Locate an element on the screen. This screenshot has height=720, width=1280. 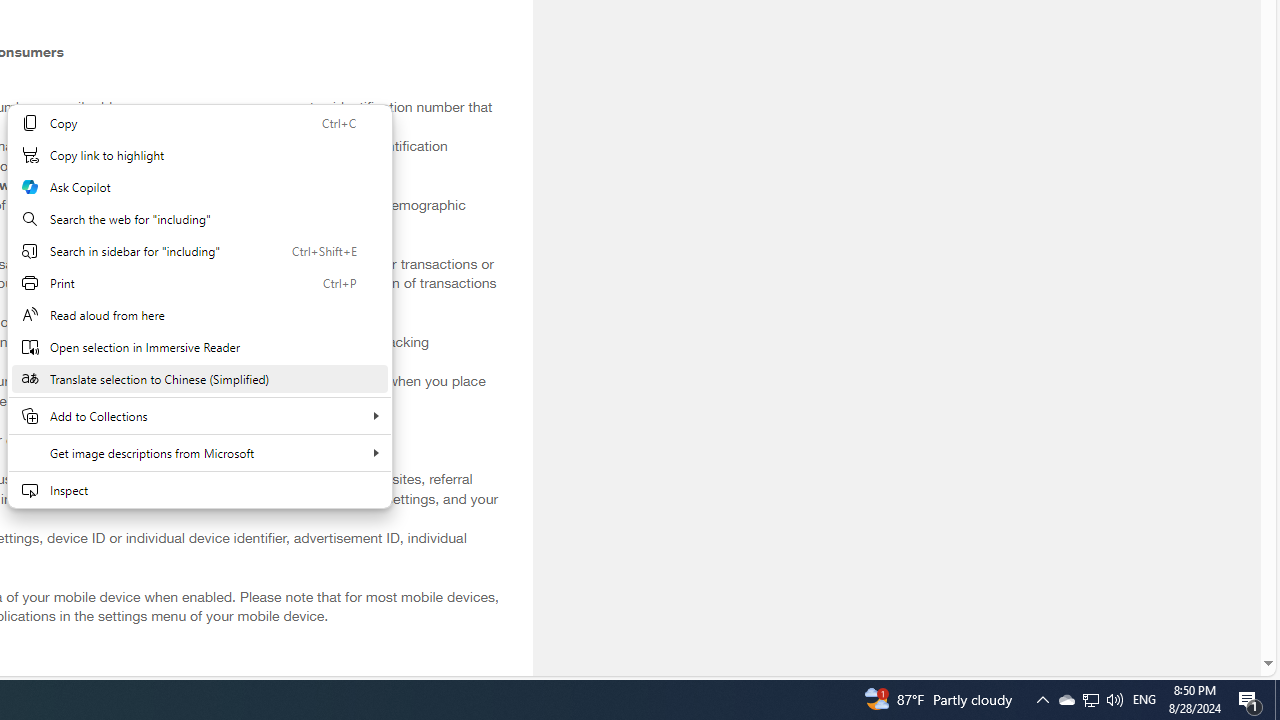
'Copy' is located at coordinates (199, 123).